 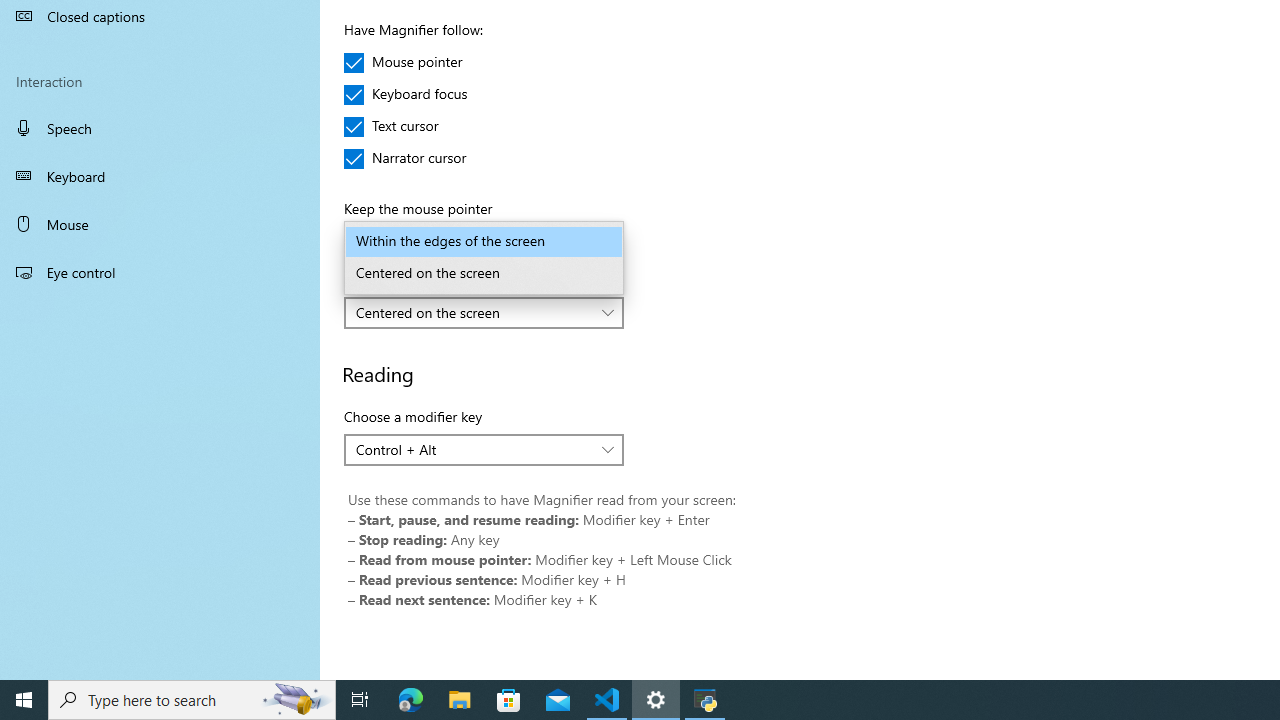 I want to click on 'Text cursor', so click(x=402, y=127).